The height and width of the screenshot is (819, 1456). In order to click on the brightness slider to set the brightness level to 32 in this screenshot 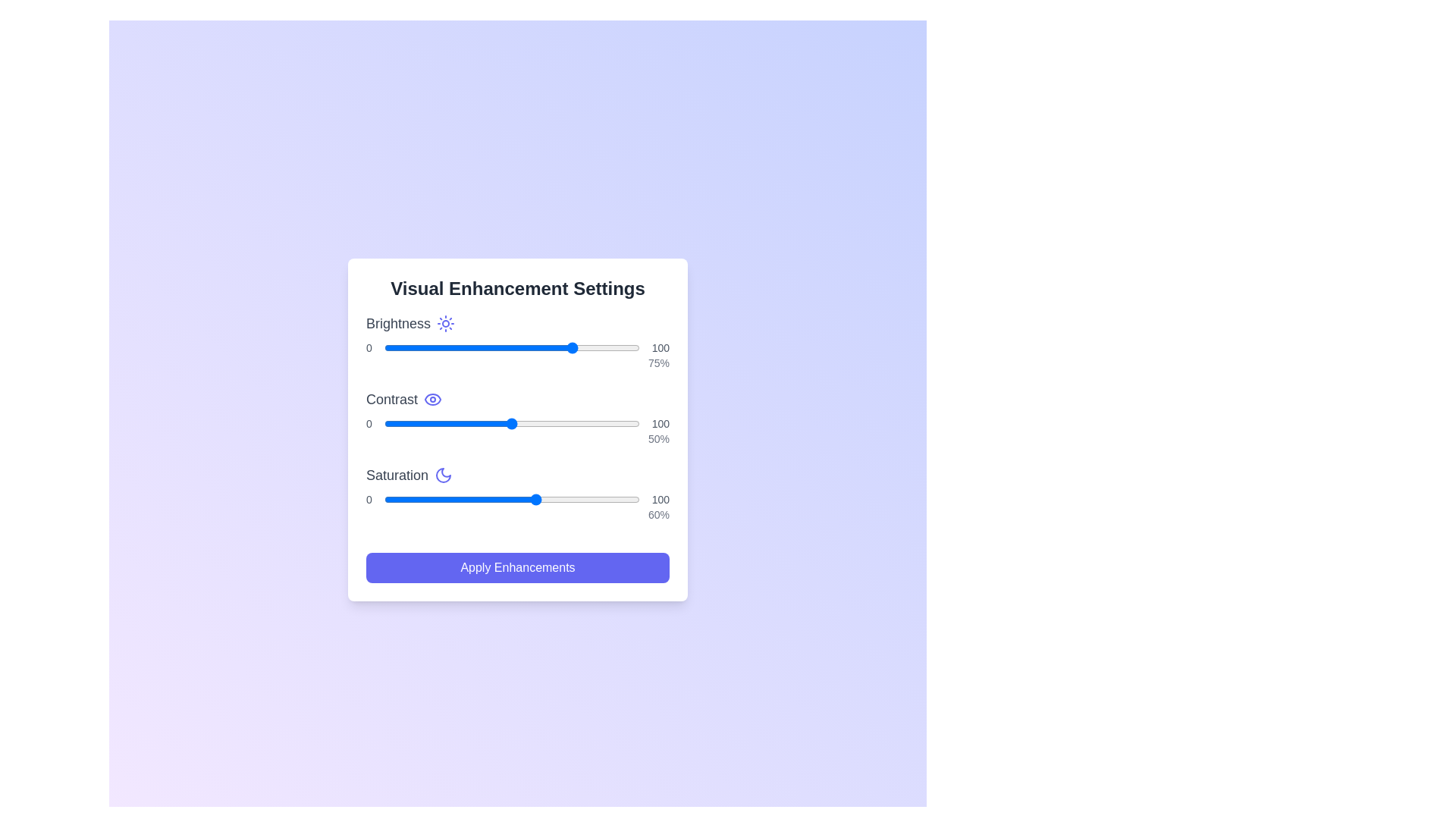, I will do `click(465, 348)`.